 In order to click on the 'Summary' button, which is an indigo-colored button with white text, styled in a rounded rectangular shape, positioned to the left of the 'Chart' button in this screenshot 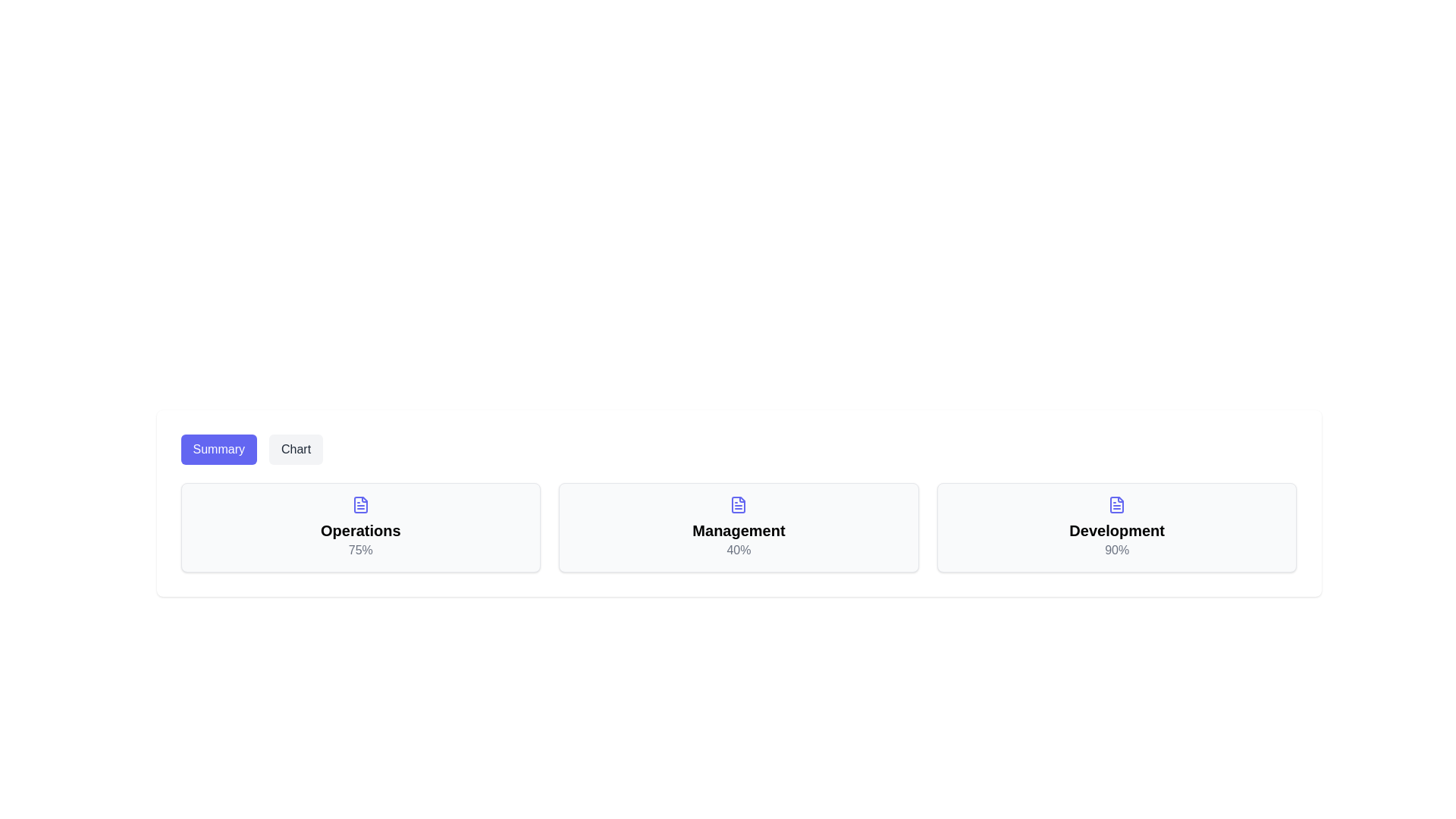, I will do `click(218, 449)`.